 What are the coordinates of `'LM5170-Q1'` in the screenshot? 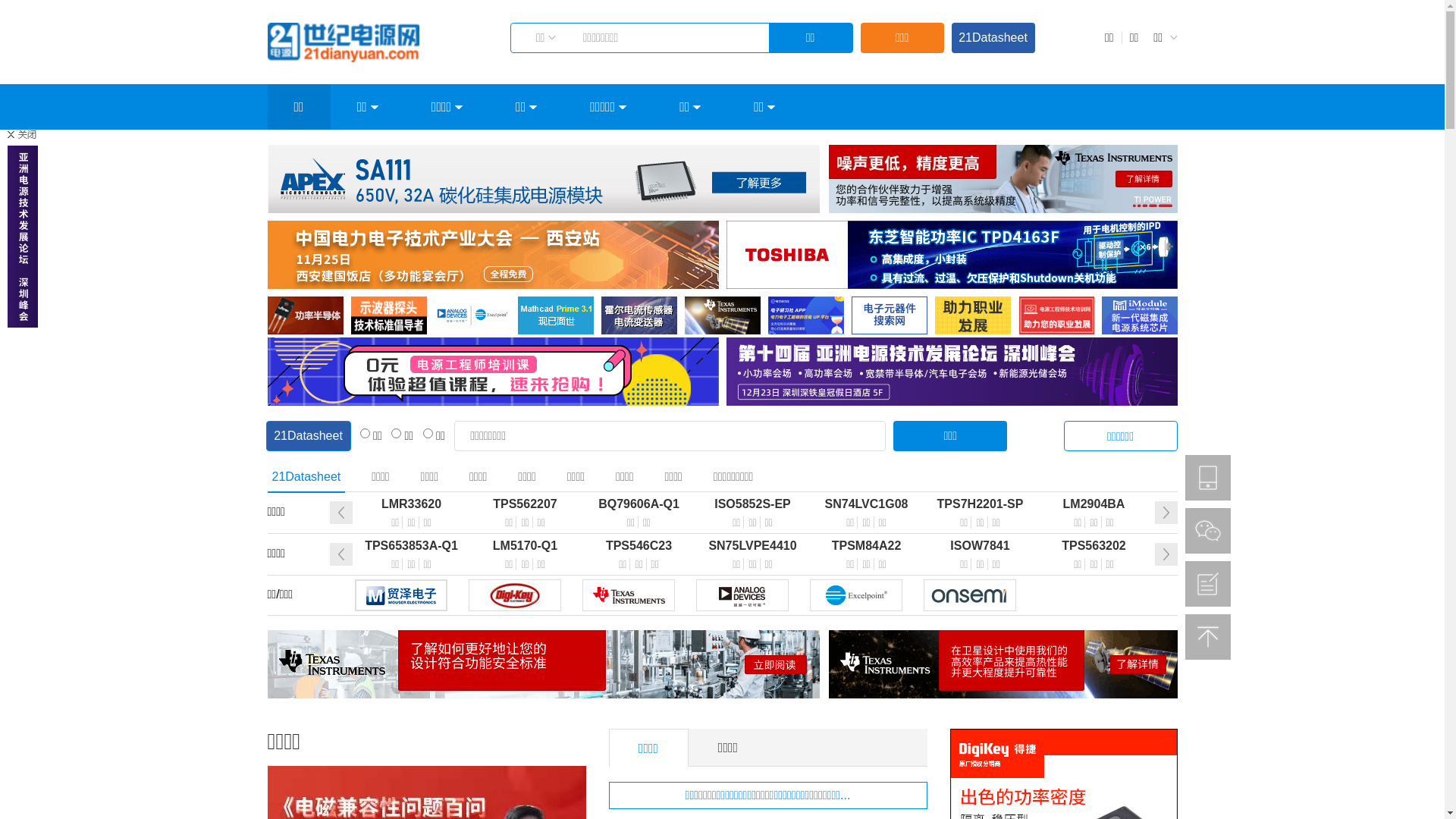 It's located at (525, 546).